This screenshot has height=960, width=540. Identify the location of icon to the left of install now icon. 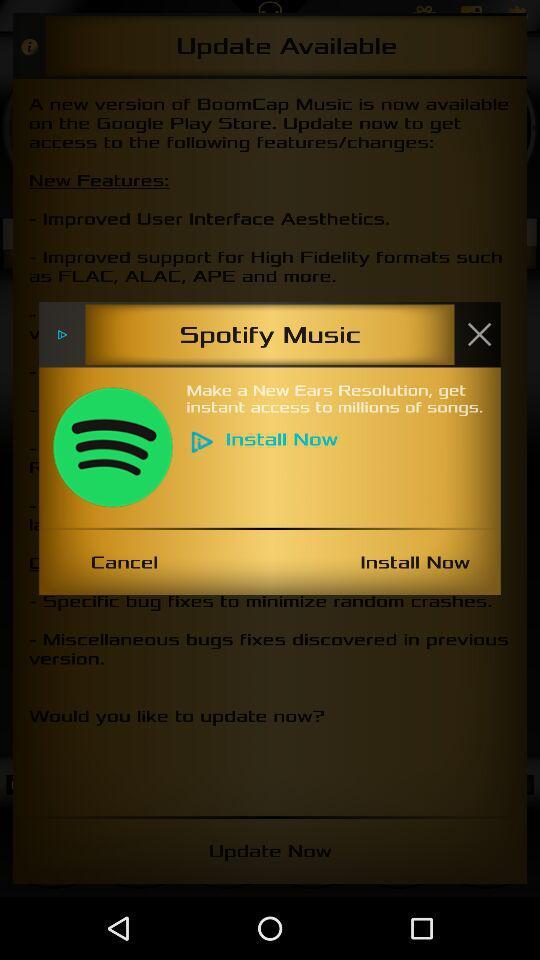
(124, 562).